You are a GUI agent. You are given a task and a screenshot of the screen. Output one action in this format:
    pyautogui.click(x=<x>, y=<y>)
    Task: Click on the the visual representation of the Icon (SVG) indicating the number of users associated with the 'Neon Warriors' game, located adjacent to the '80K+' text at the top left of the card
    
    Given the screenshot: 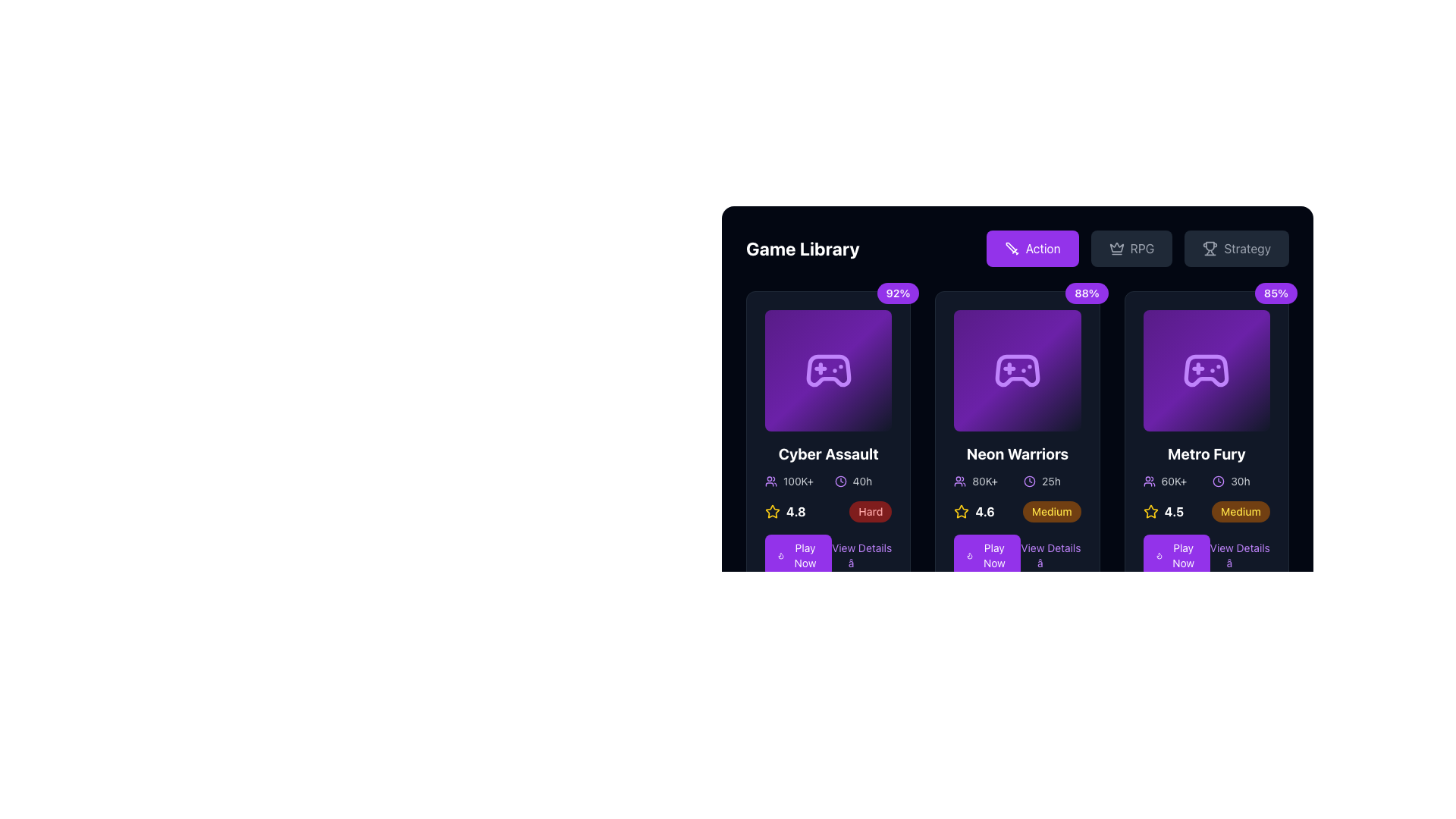 What is the action you would take?
    pyautogui.click(x=959, y=482)
    